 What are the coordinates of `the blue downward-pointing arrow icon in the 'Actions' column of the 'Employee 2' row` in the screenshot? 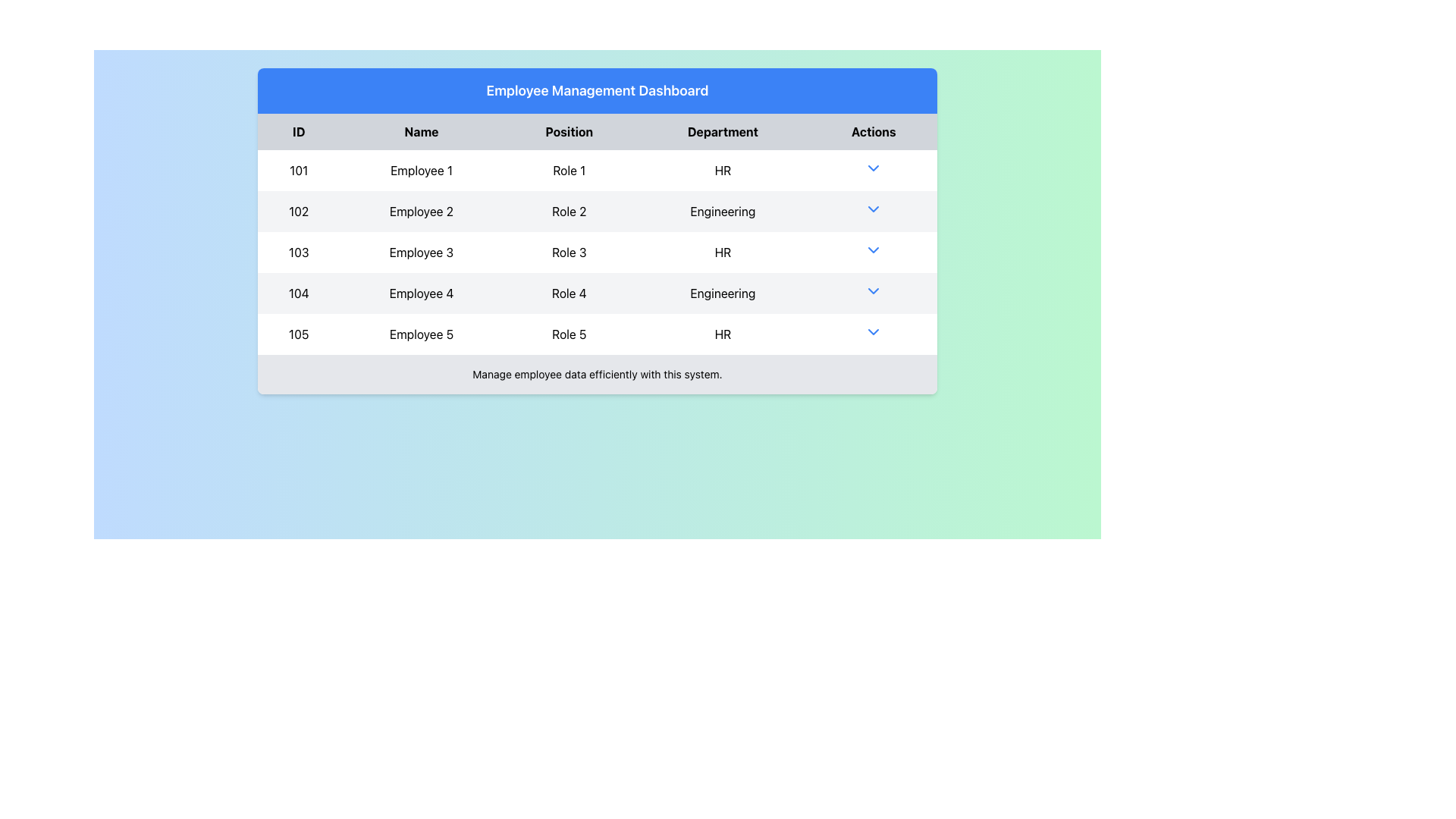 It's located at (874, 211).